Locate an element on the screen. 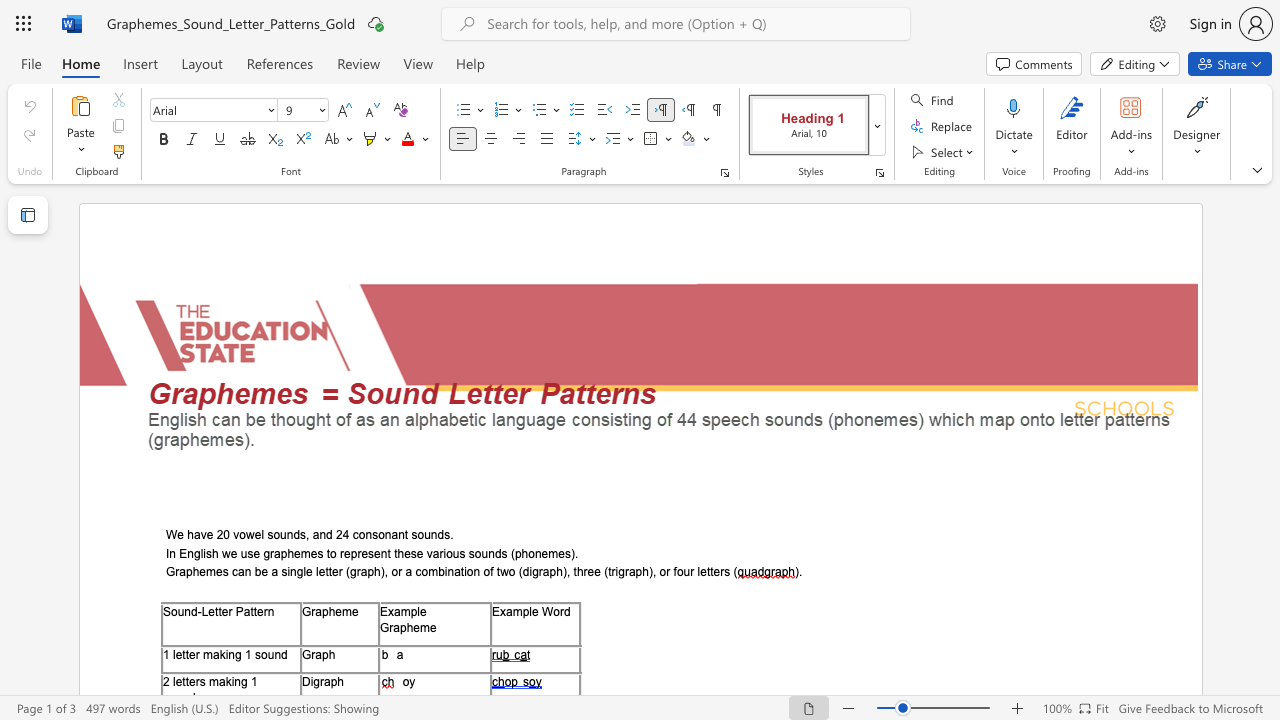 The height and width of the screenshot is (720, 1280). the subset text "ap" within the text "Graph" is located at coordinates (314, 654).